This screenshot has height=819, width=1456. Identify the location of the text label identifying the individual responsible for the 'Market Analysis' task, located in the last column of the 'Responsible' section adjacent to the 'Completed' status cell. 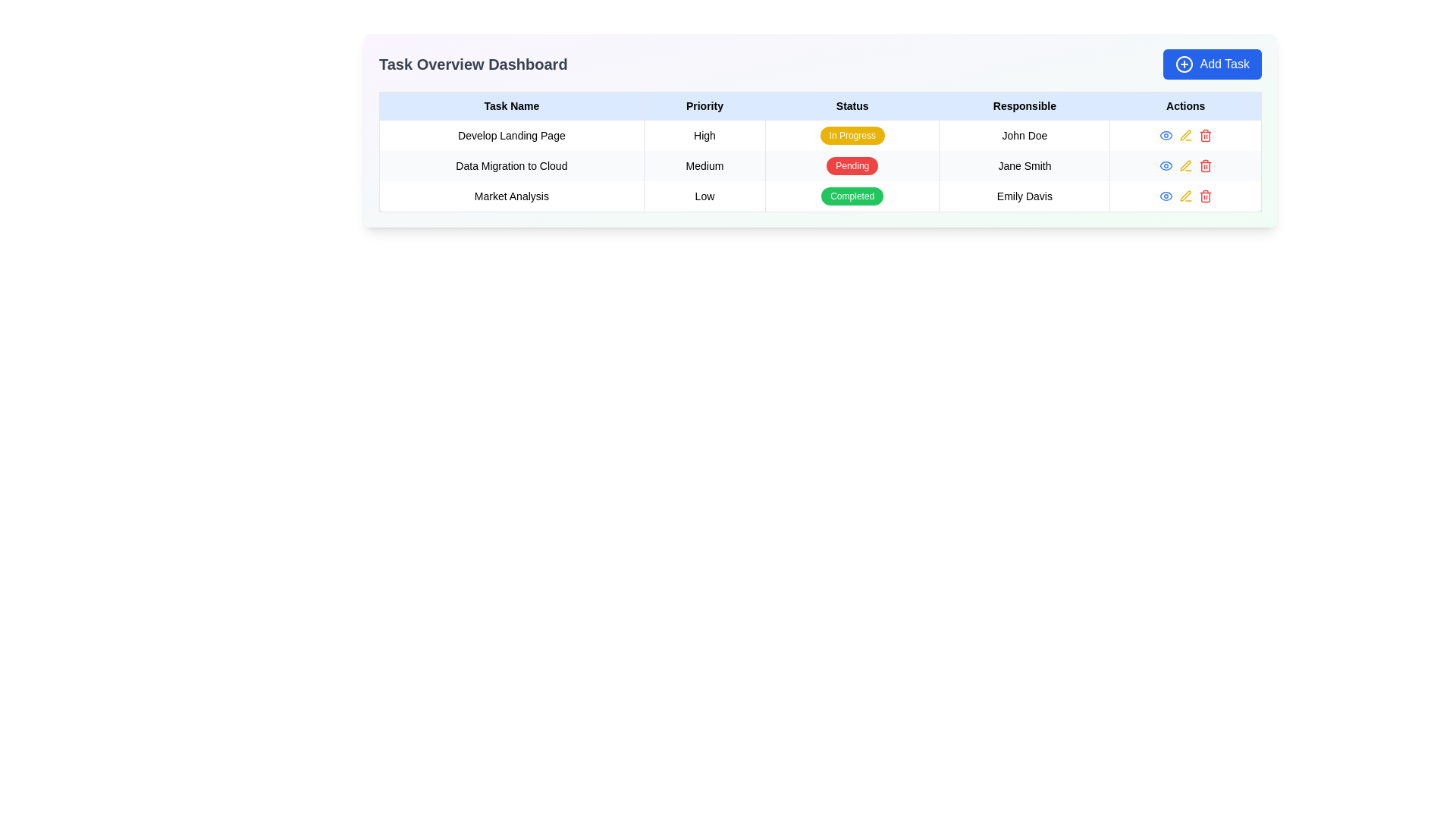
(1025, 196).